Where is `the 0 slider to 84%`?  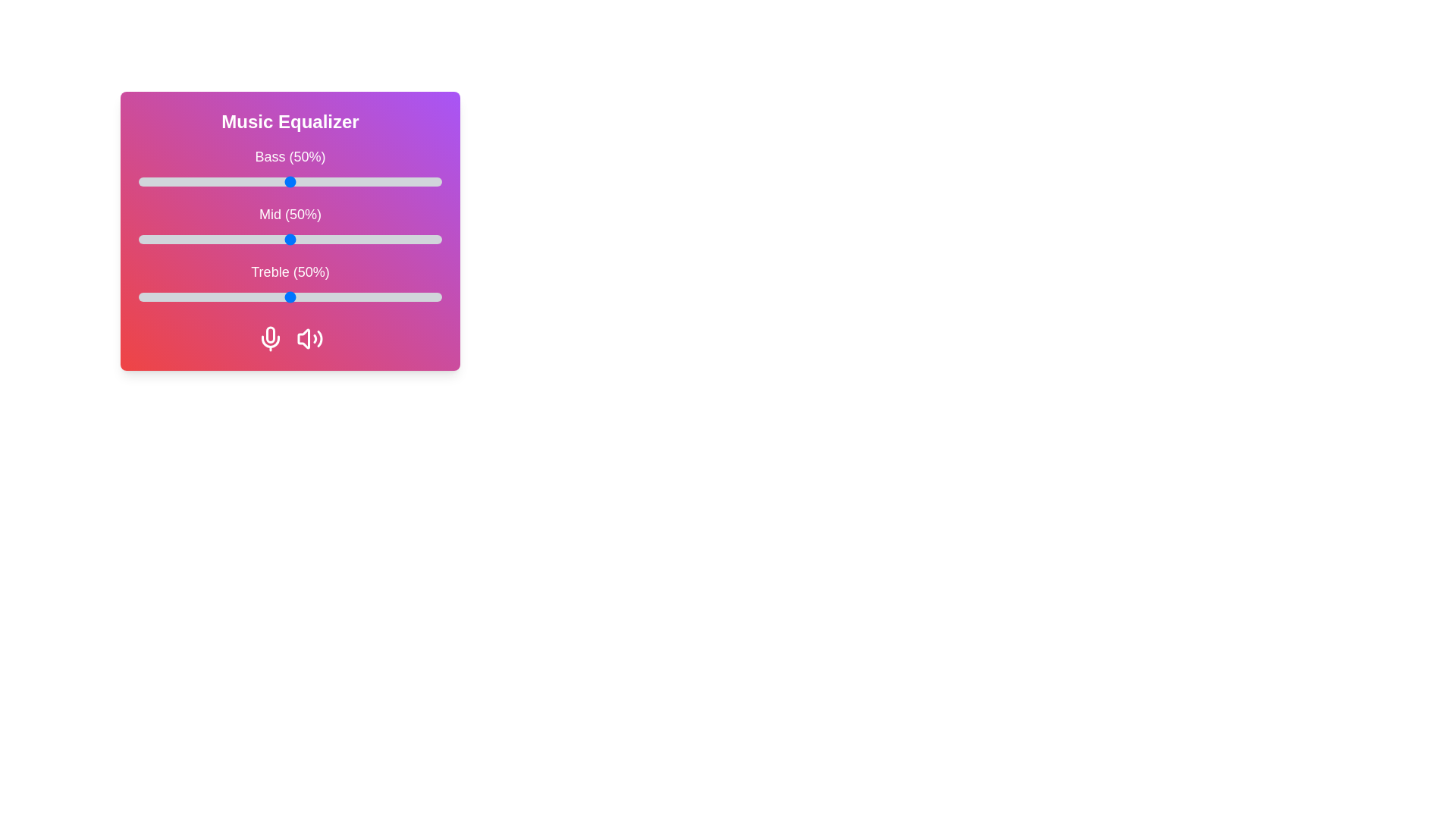 the 0 slider to 84% is located at coordinates (393, 180).